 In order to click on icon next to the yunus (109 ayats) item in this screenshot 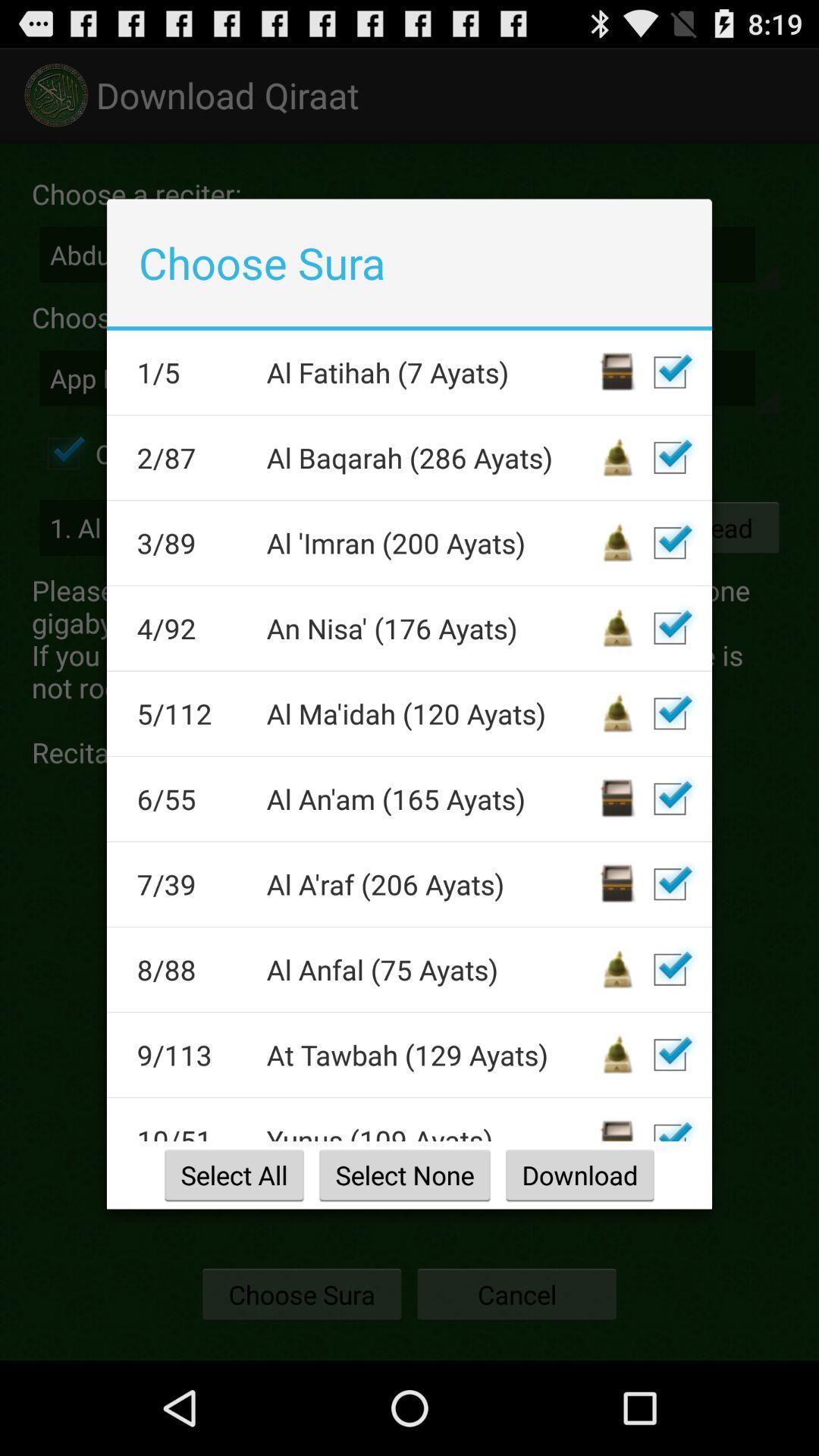, I will do `click(191, 1131)`.